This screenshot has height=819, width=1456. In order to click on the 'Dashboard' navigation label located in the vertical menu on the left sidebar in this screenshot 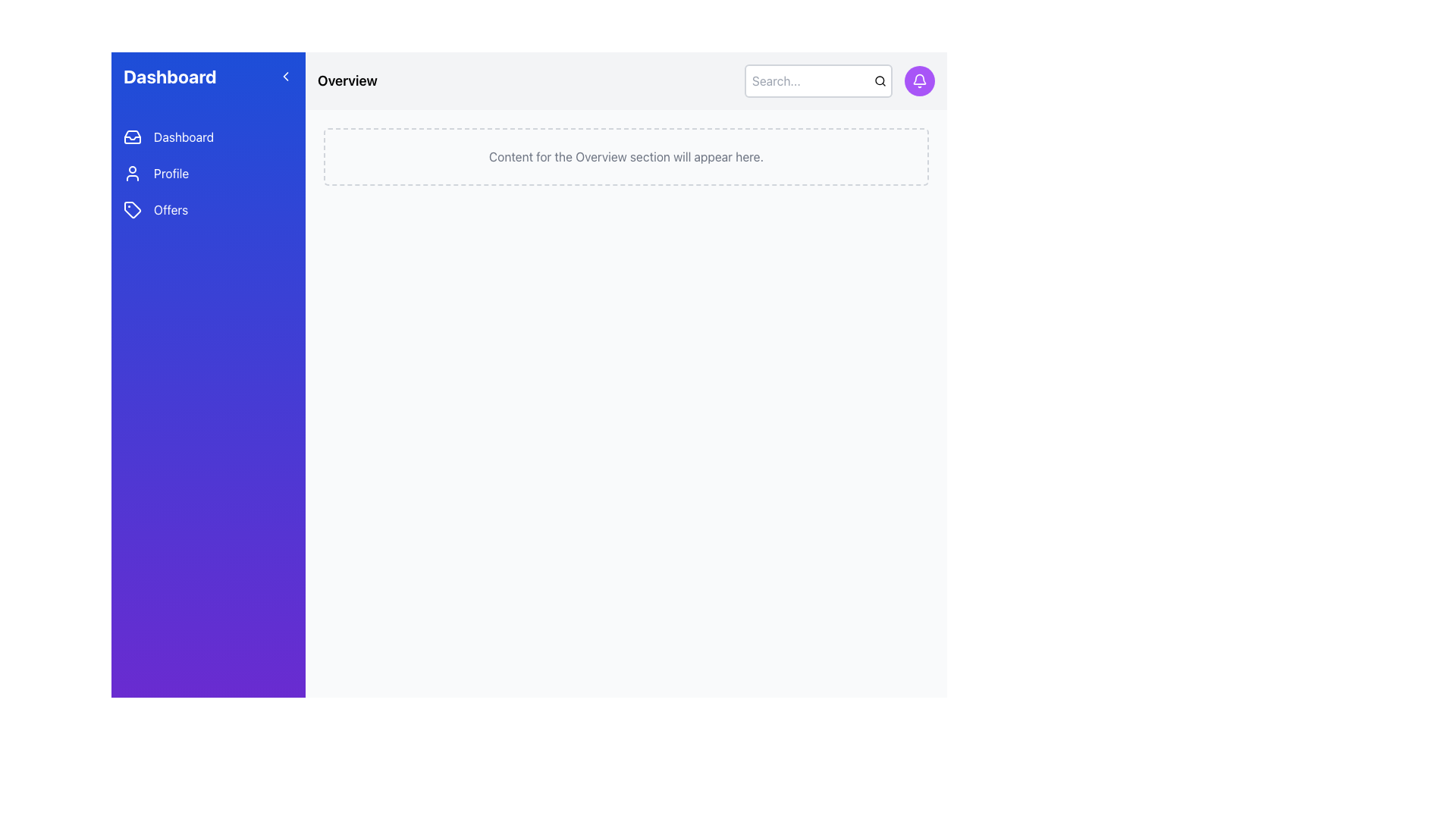, I will do `click(183, 137)`.